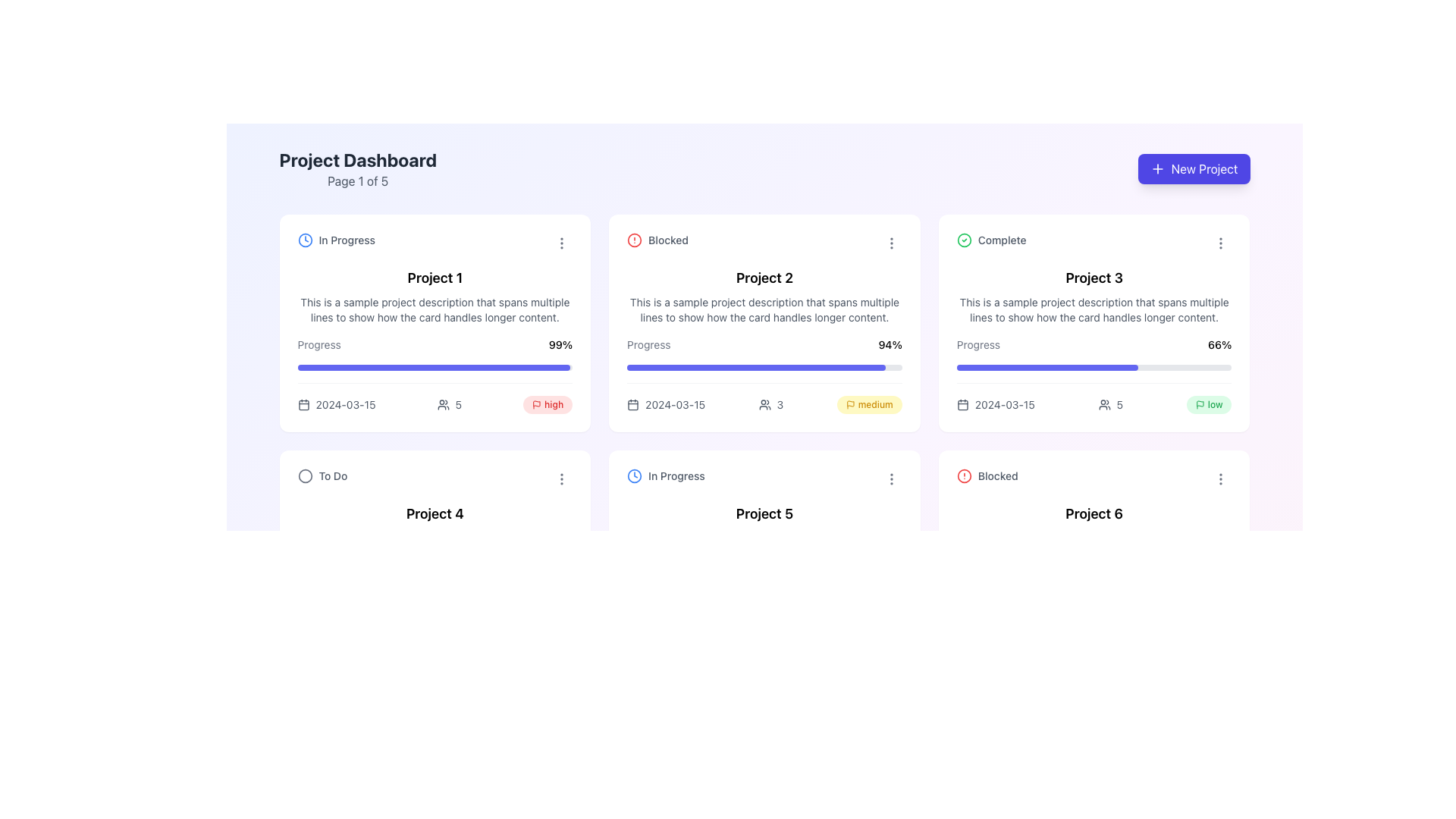 This screenshot has width=1456, height=819. I want to click on the SVG circle element that visually represents a status indicator for a task's state, located above the label 'To Do' in the interface, so click(304, 475).